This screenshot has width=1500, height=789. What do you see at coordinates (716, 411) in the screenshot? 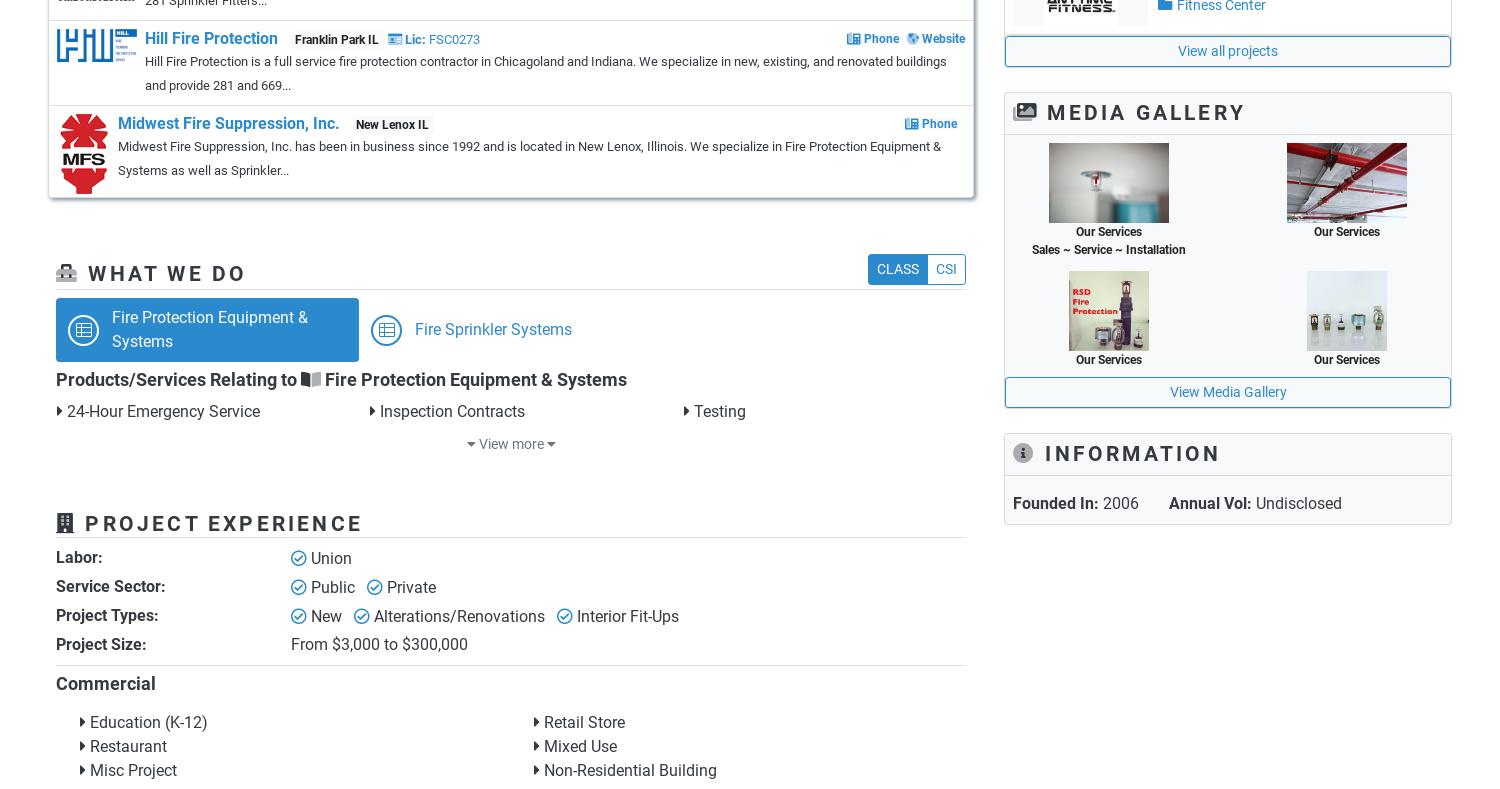
I see `'Testing'` at bounding box center [716, 411].